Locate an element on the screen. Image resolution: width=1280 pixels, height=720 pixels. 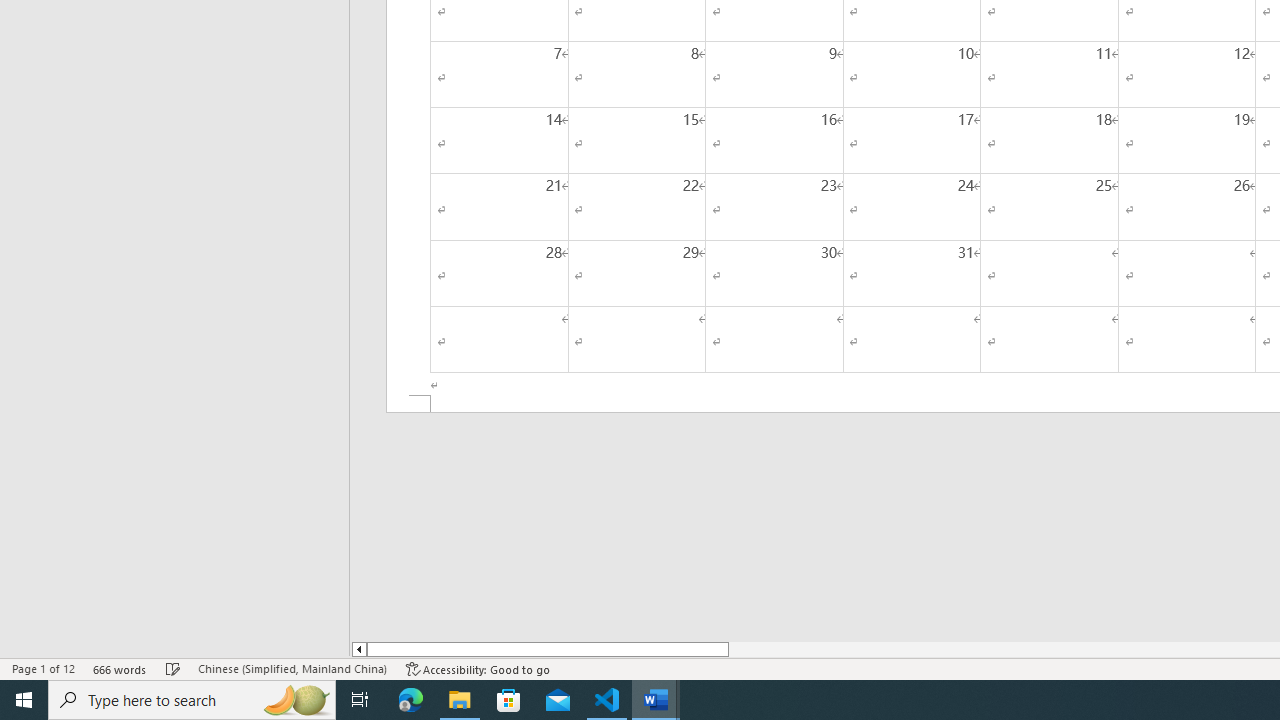
'Word Count 666 words' is located at coordinates (119, 669).